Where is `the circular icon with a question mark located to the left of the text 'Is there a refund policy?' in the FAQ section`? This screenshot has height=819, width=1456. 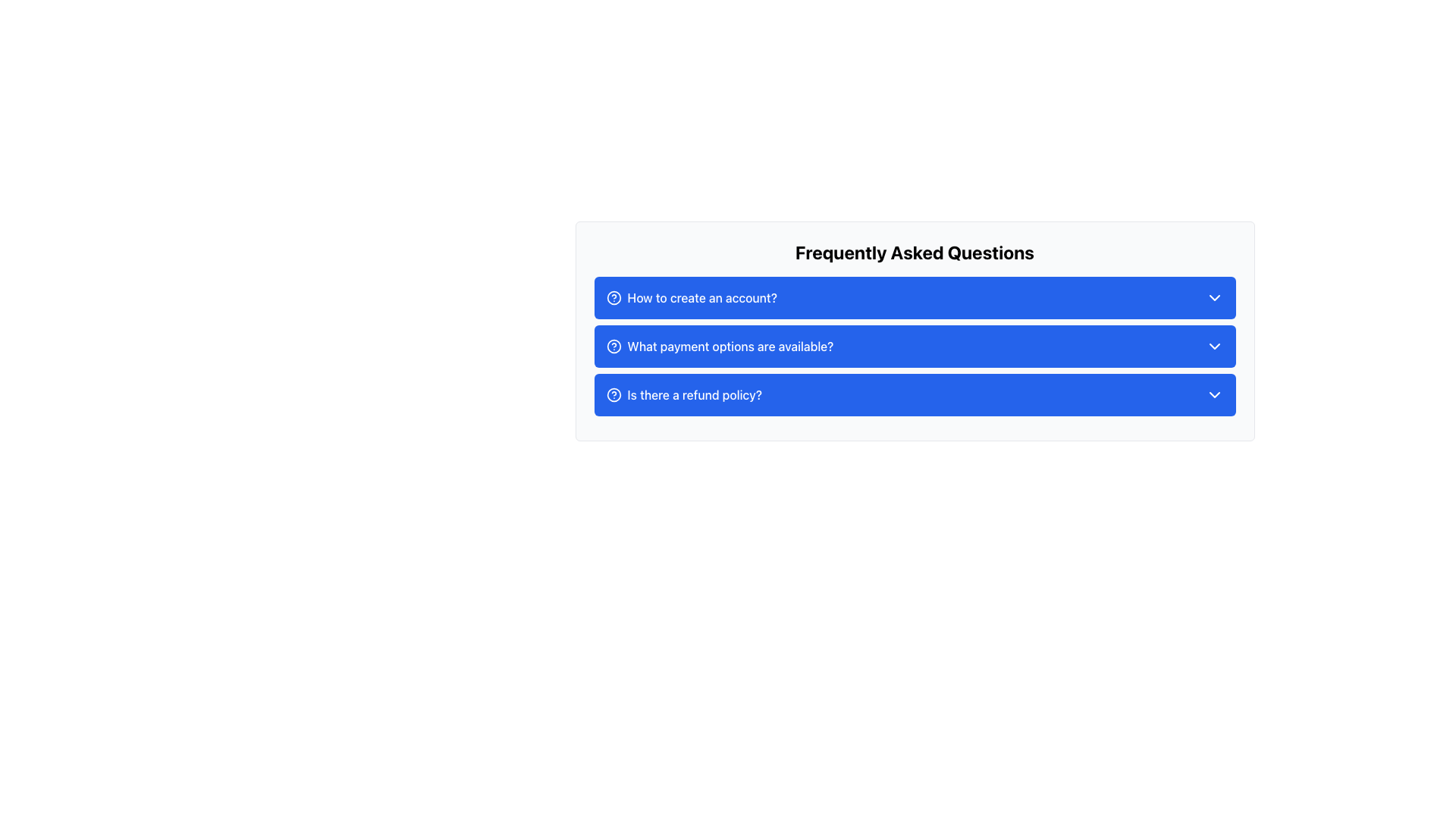
the circular icon with a question mark located to the left of the text 'Is there a refund policy?' in the FAQ section is located at coordinates (613, 394).